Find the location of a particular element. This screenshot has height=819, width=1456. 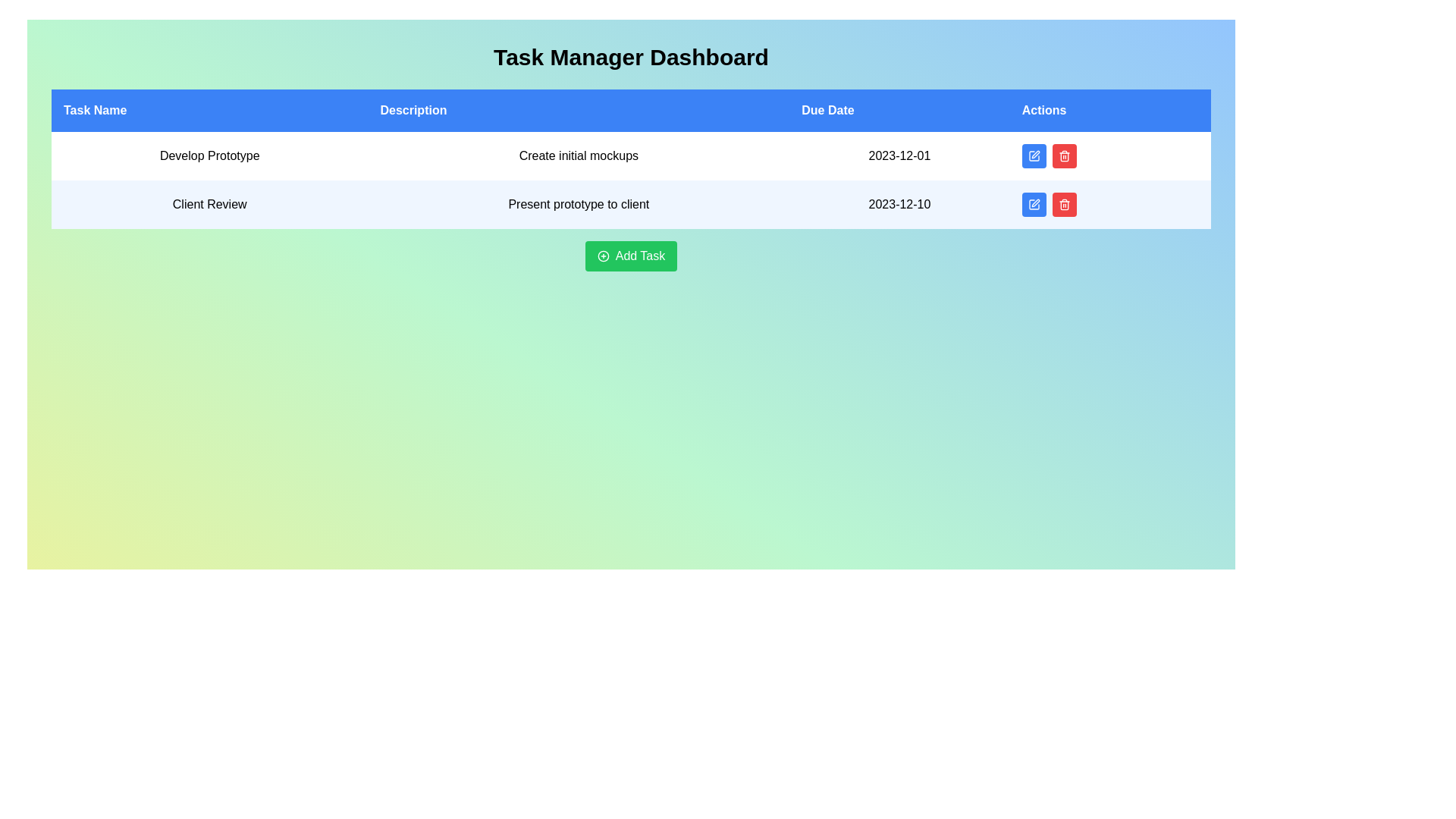

the text label displaying 'Client Review' located in the second row of the 'Task Name' column in a table, which has a light blue background and black font is located at coordinates (209, 205).